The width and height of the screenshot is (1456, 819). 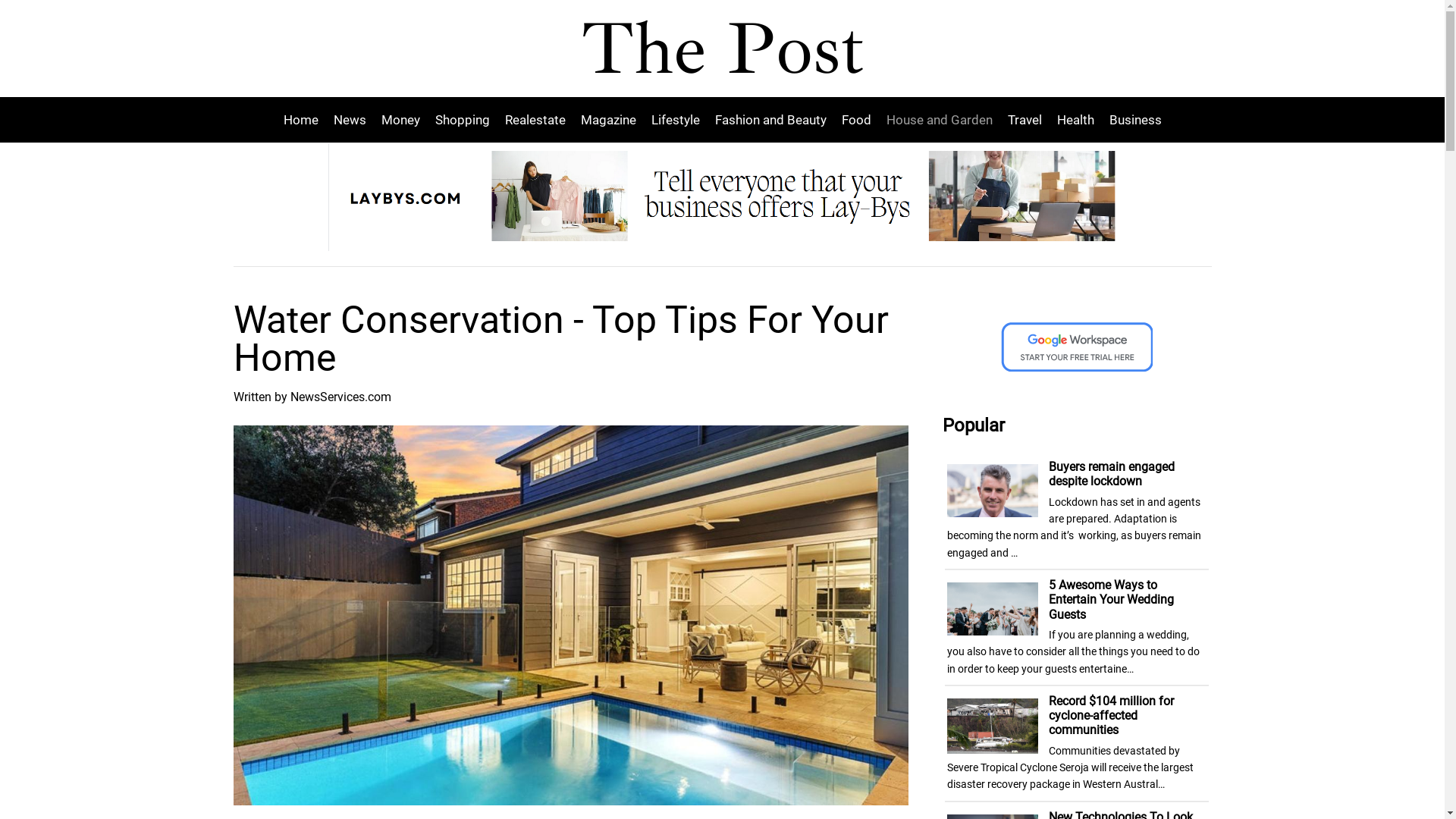 What do you see at coordinates (833, 119) in the screenshot?
I see `'Food'` at bounding box center [833, 119].